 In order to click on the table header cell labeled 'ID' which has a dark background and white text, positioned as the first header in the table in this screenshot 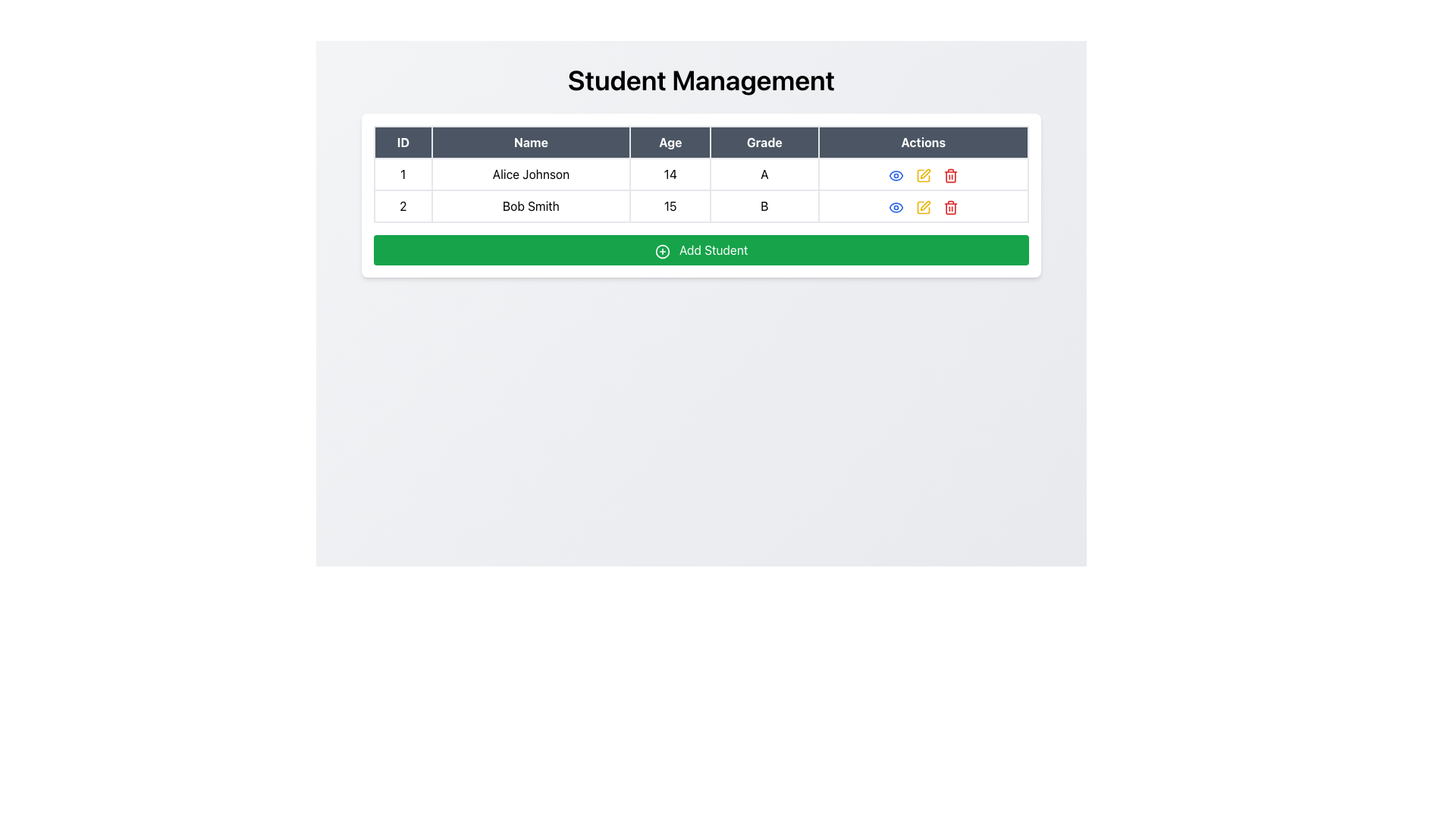, I will do `click(403, 143)`.